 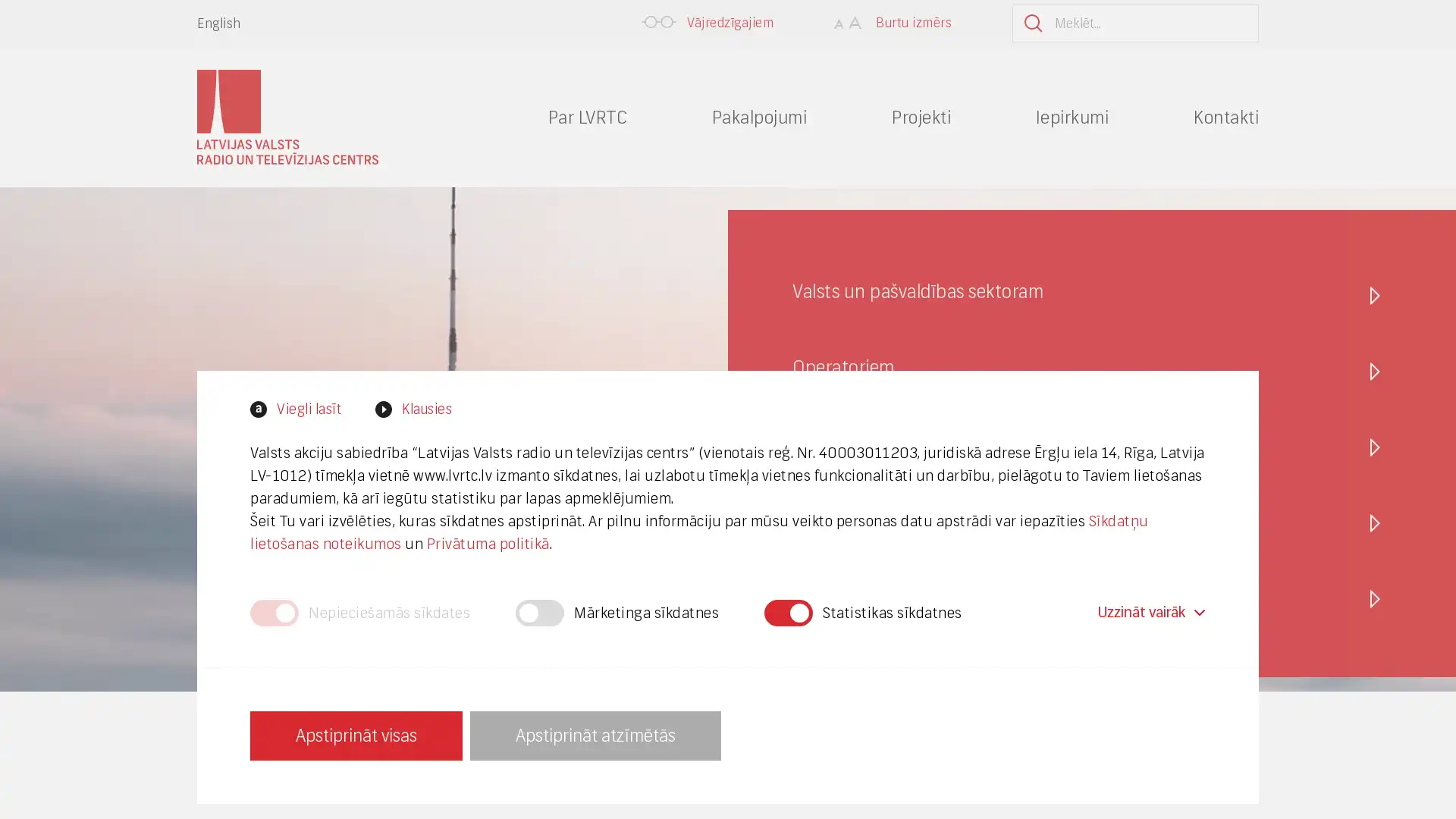 What do you see at coordinates (1150, 611) in the screenshot?
I see `Uzzinat vairak` at bounding box center [1150, 611].